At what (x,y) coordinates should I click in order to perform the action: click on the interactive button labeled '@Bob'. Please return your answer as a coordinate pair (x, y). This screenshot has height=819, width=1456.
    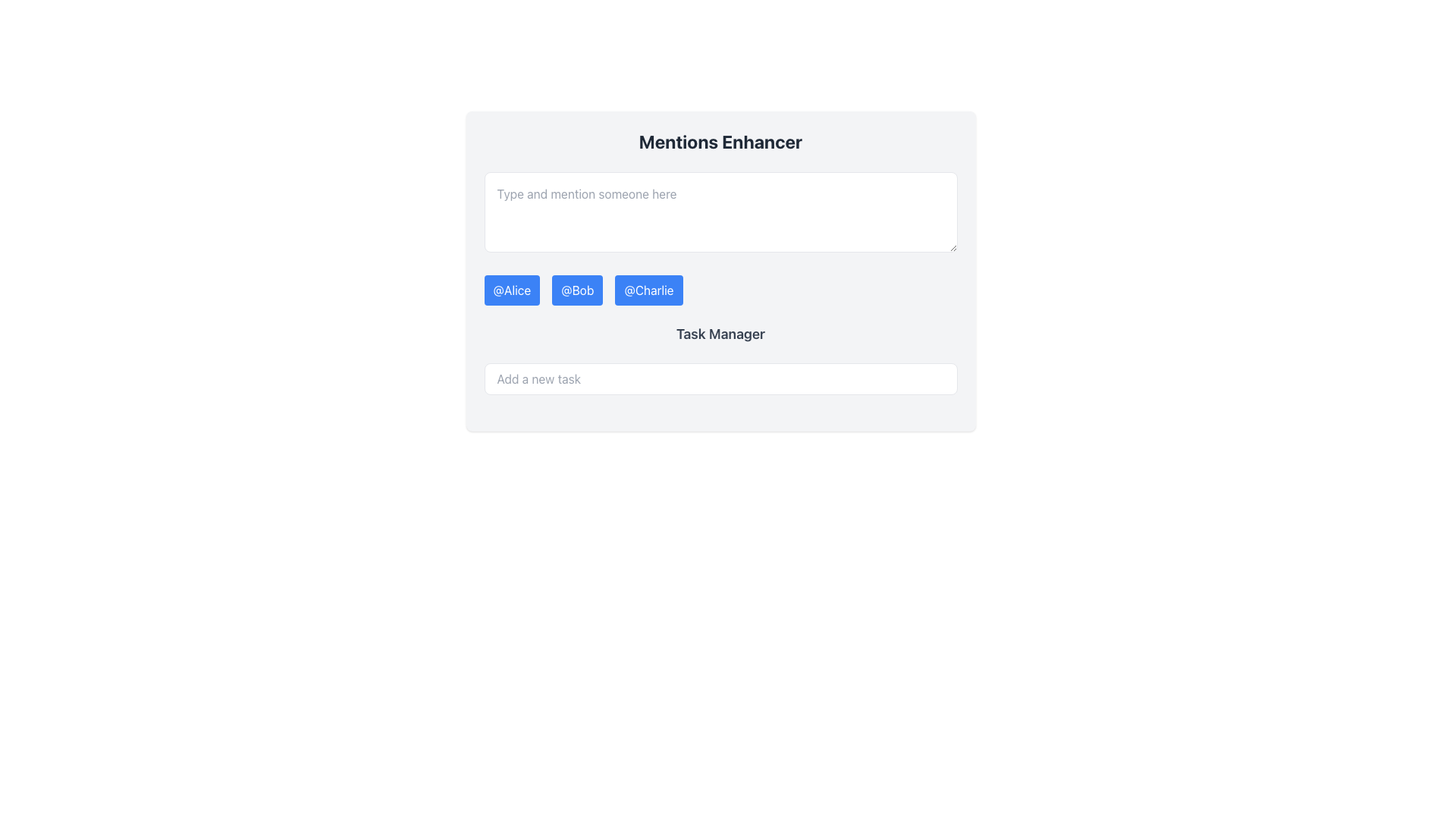
    Looking at the image, I should click on (576, 290).